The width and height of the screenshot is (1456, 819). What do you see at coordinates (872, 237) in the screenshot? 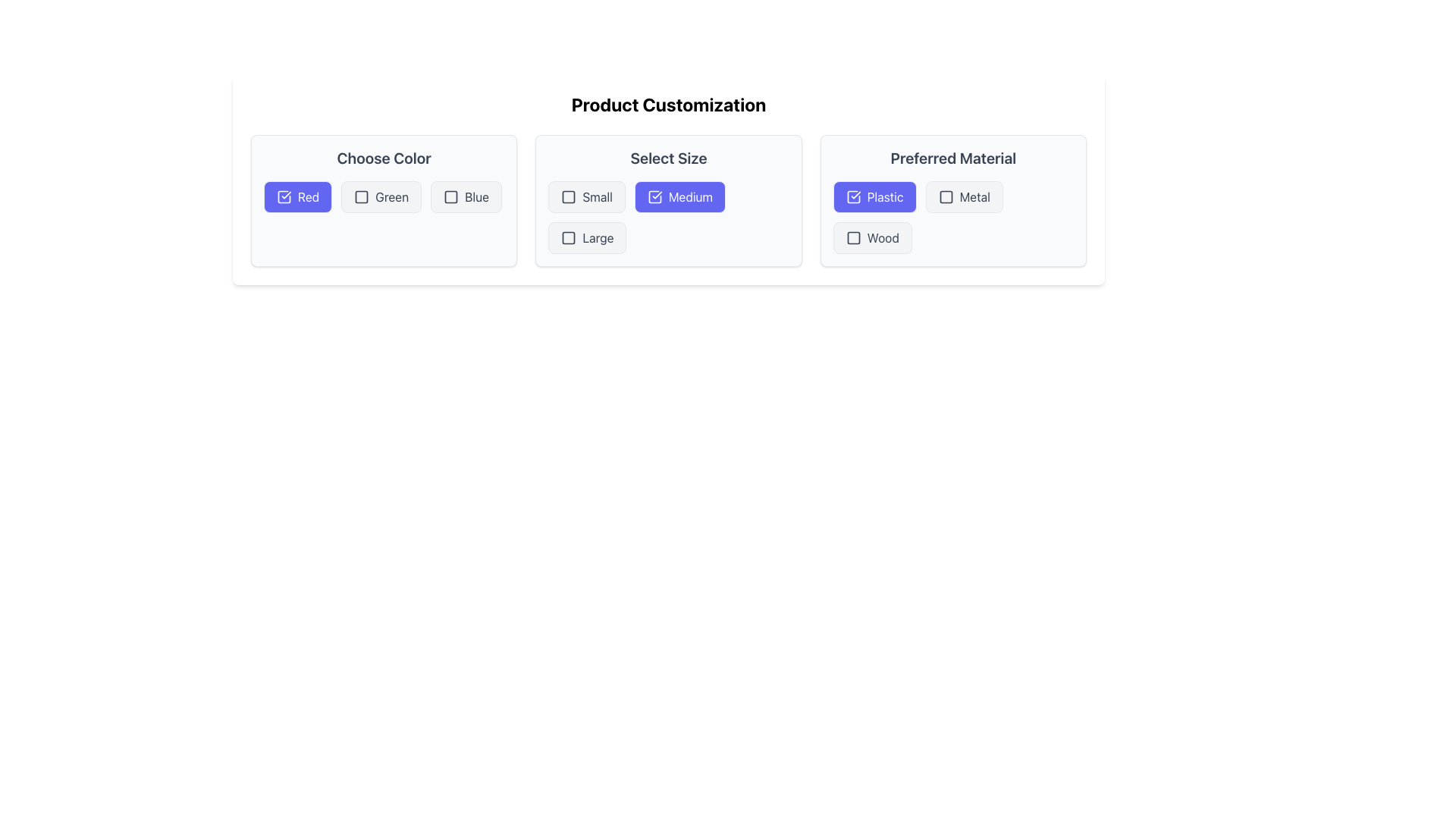
I see `the checkbox labeled 'Wood' located in the 'Preferred Material' section` at bounding box center [872, 237].